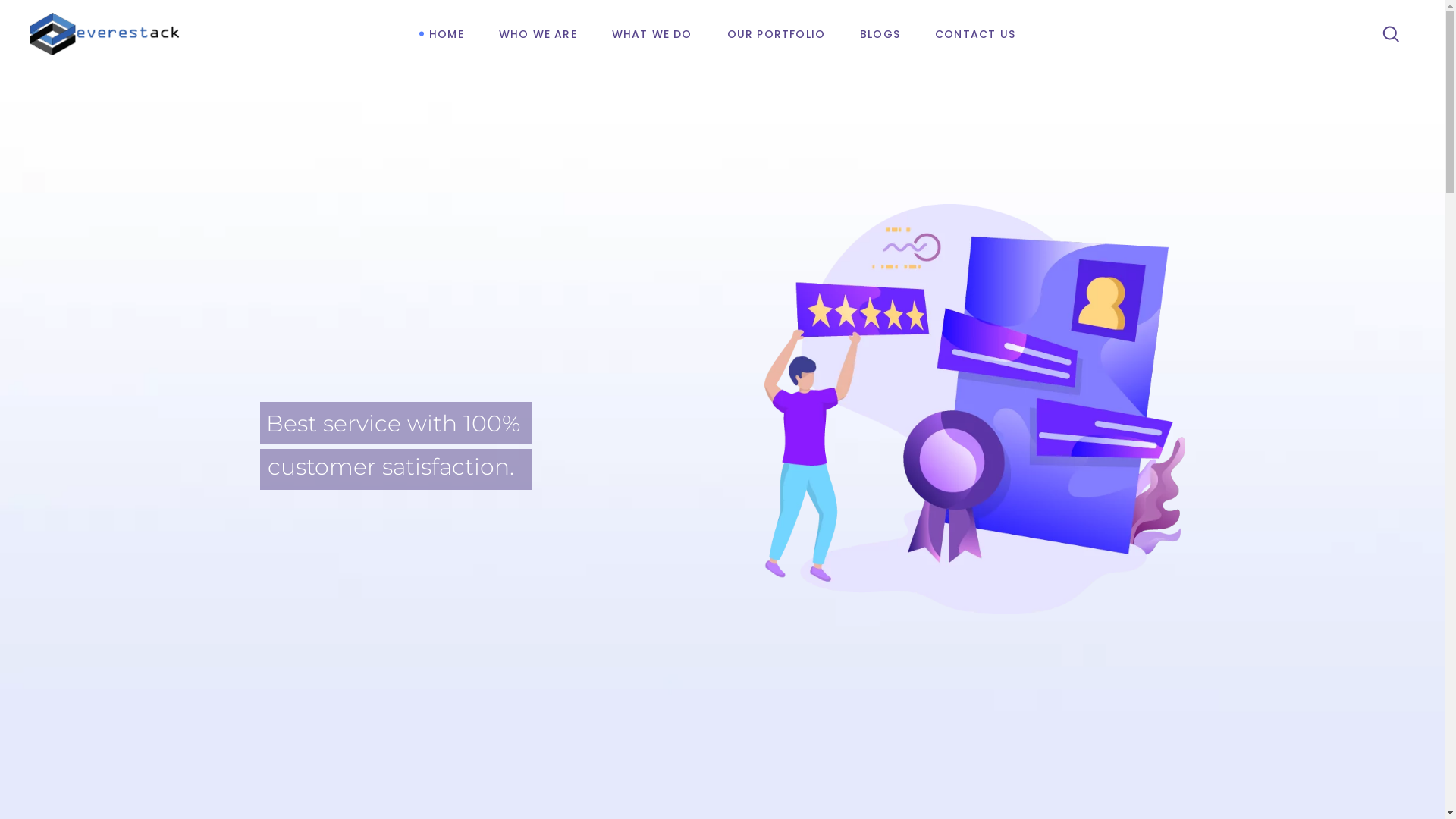  I want to click on 'HOME', so click(446, 34).